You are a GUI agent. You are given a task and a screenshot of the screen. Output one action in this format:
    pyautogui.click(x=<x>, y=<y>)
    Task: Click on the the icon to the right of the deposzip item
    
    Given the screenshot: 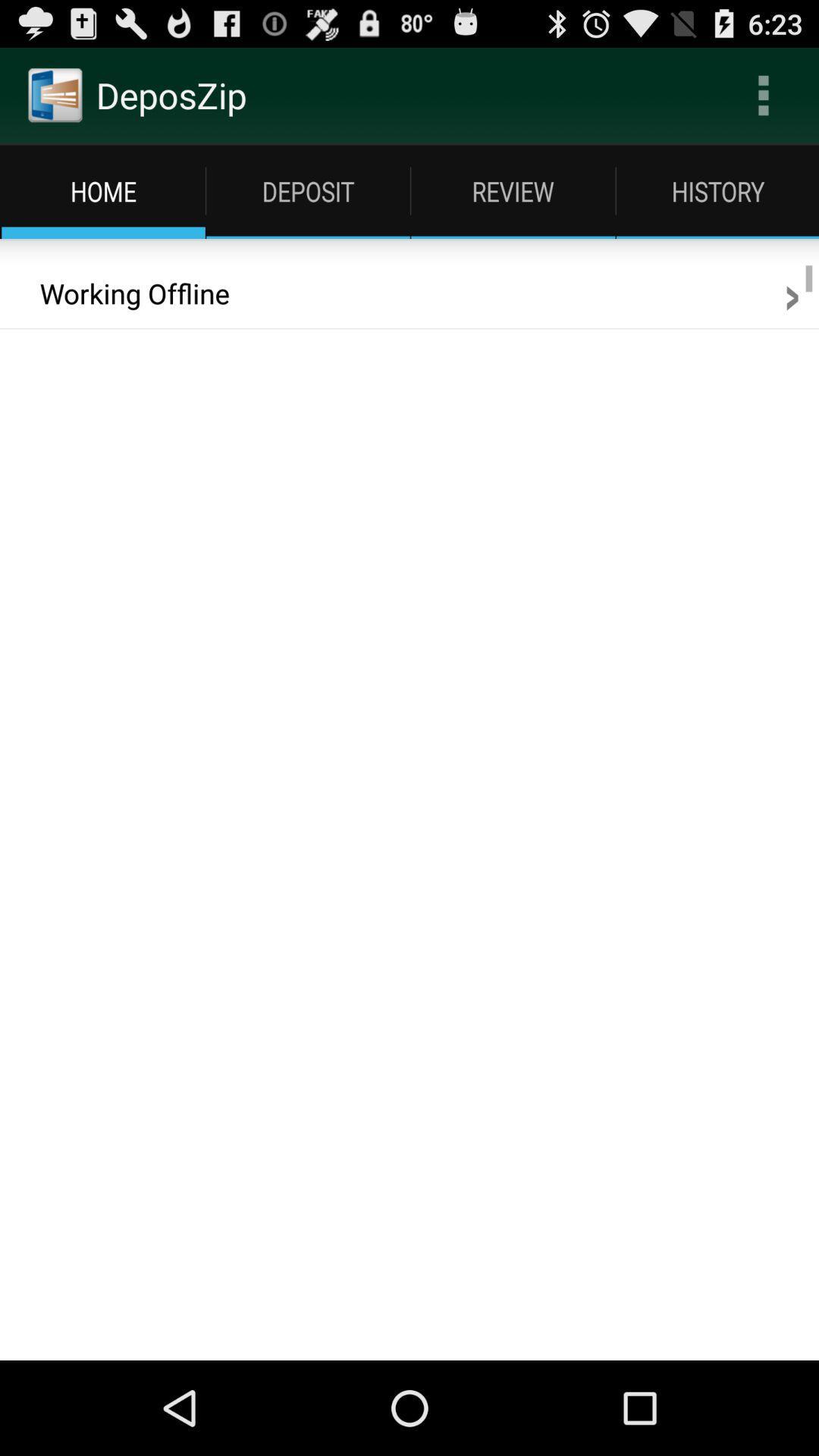 What is the action you would take?
    pyautogui.click(x=763, y=94)
    